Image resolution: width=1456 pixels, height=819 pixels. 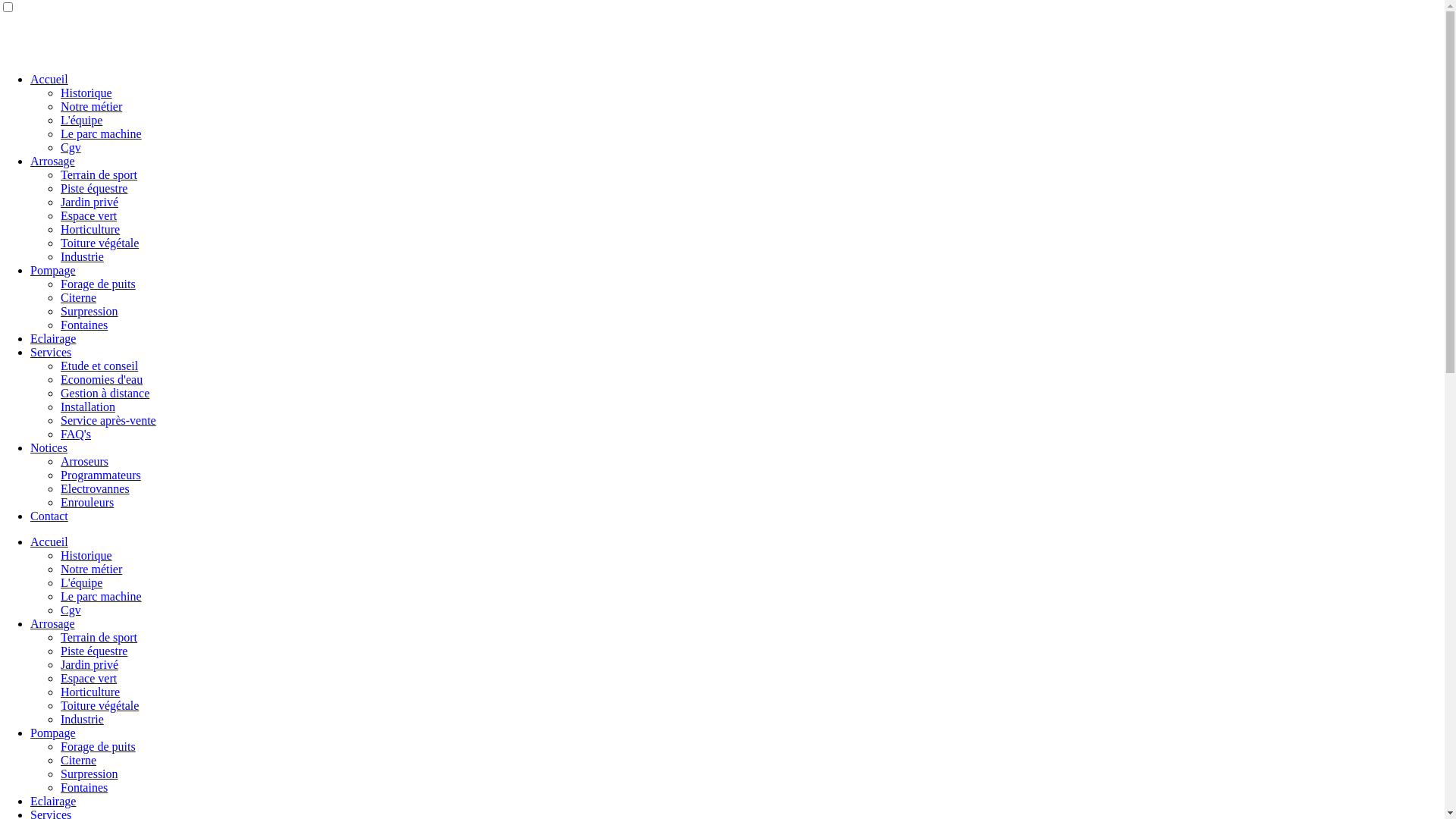 I want to click on 'Accueil', so click(x=49, y=541).